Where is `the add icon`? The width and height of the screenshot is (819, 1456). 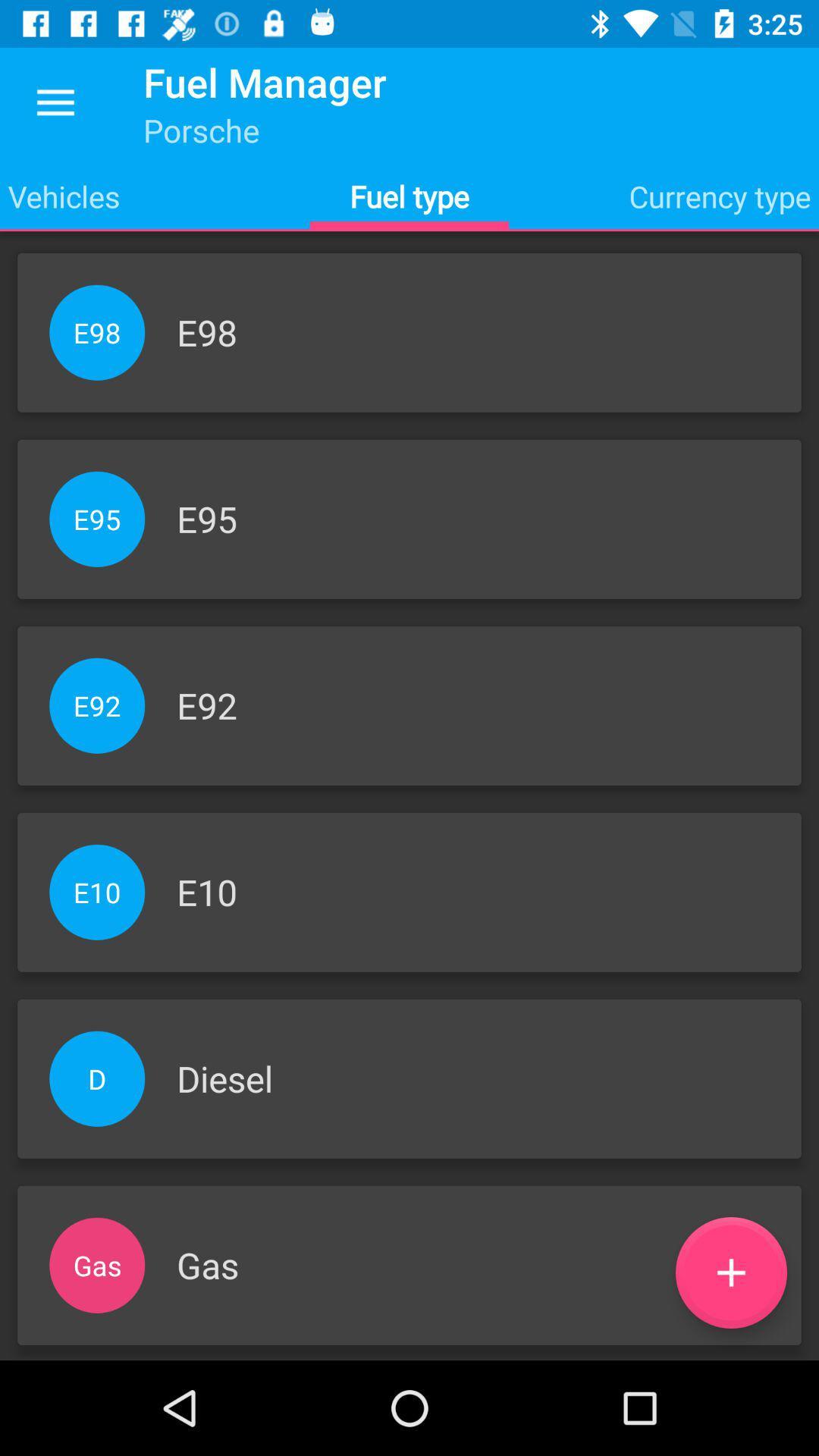
the add icon is located at coordinates (730, 1272).